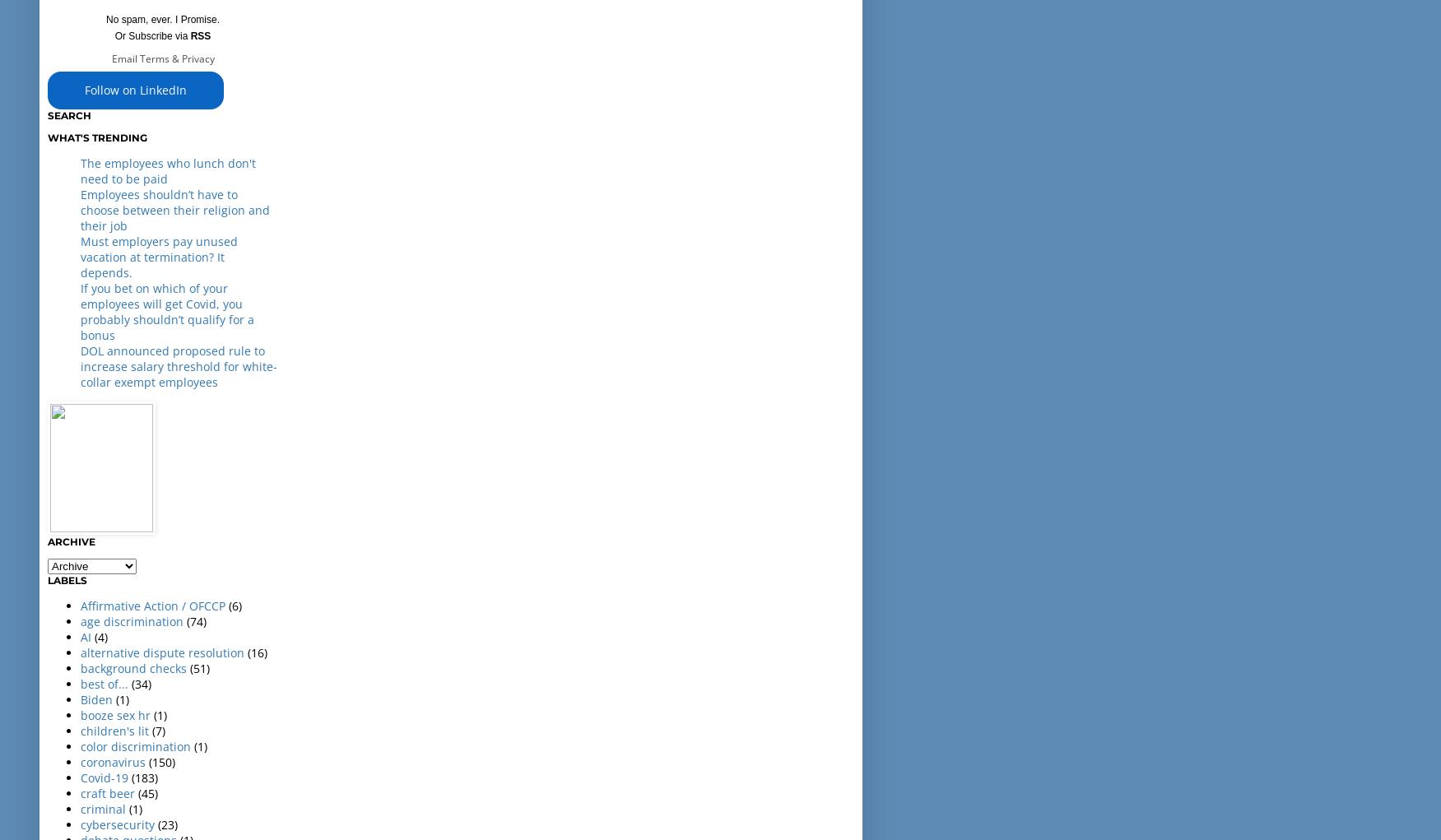 This screenshot has width=1441, height=840. Describe the element at coordinates (80, 666) in the screenshot. I see `'background checks'` at that location.